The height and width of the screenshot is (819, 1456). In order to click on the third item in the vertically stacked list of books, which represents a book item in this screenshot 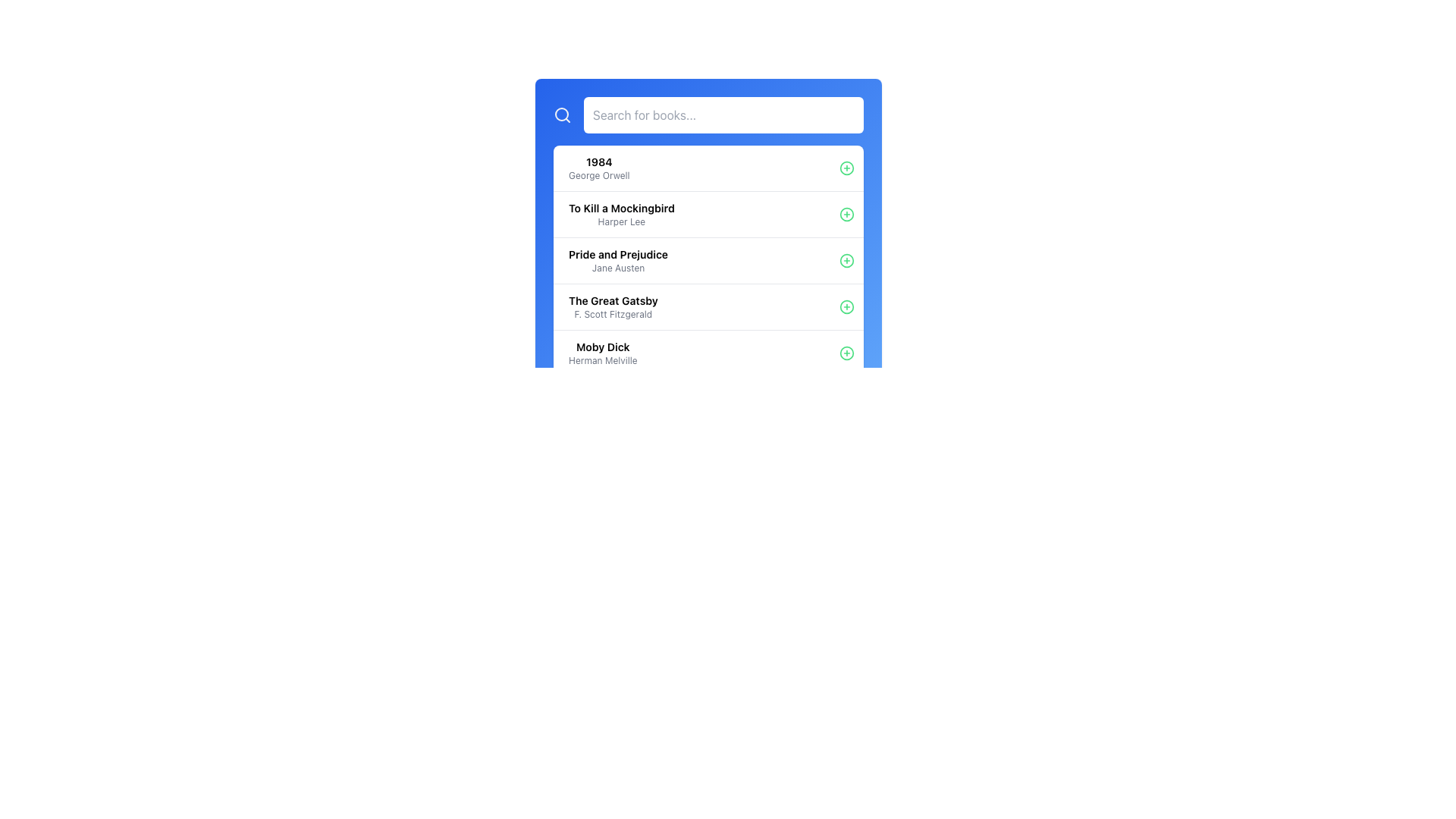, I will do `click(613, 307)`.